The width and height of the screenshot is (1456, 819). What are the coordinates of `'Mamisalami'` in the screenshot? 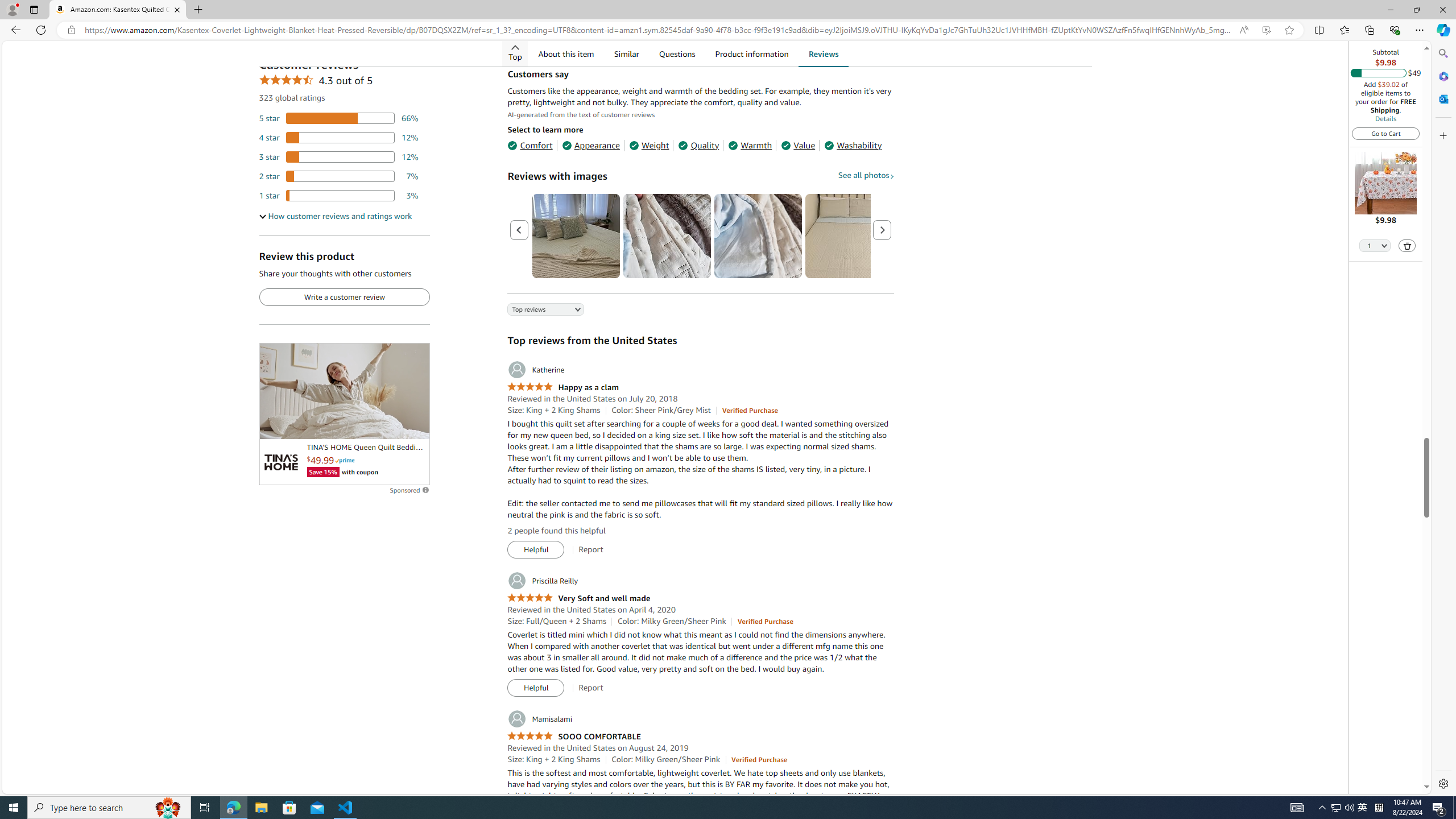 It's located at (539, 718).